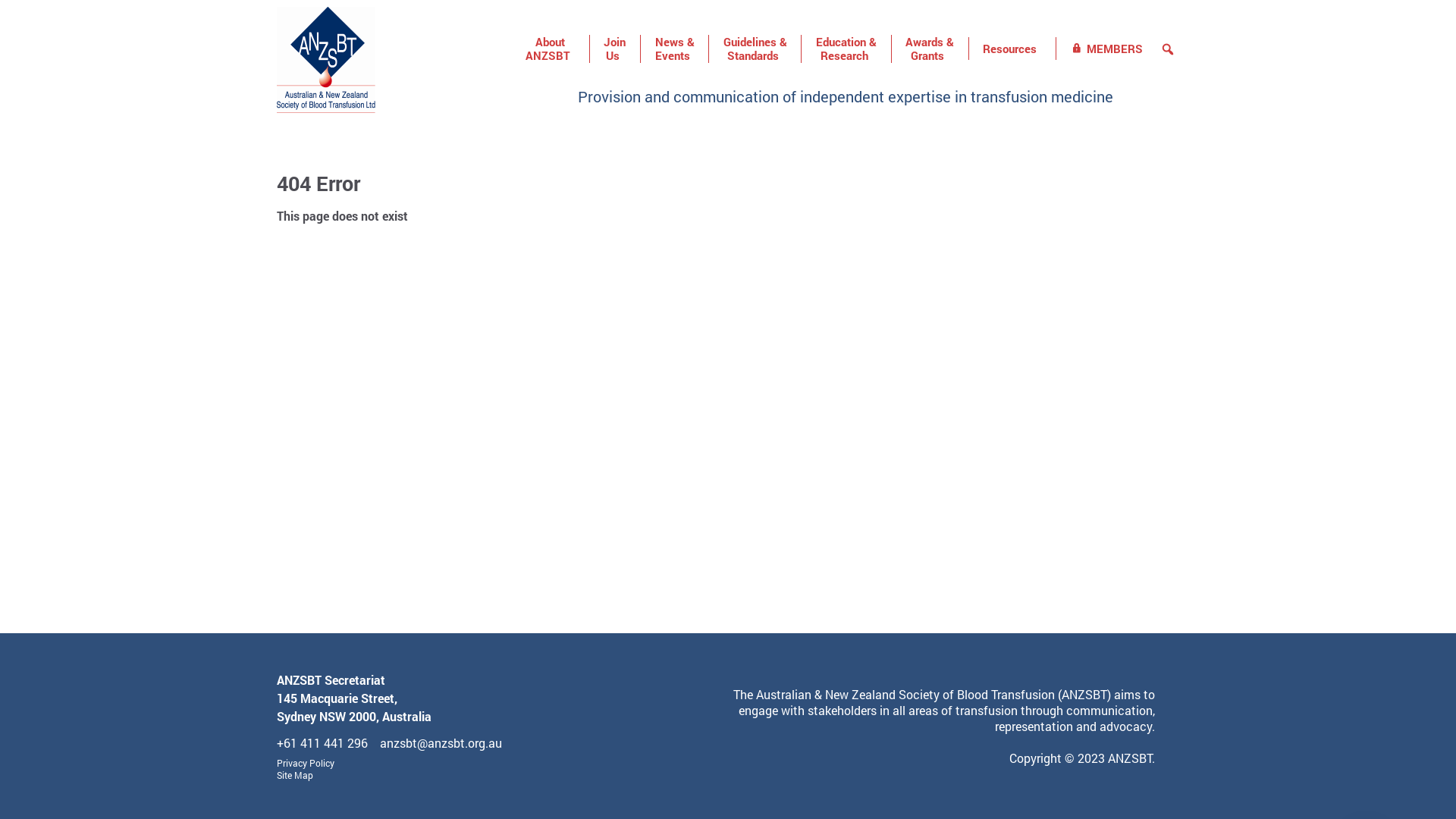  Describe the element at coordinates (708, 49) in the screenshot. I see `'Guidelines &` at that location.